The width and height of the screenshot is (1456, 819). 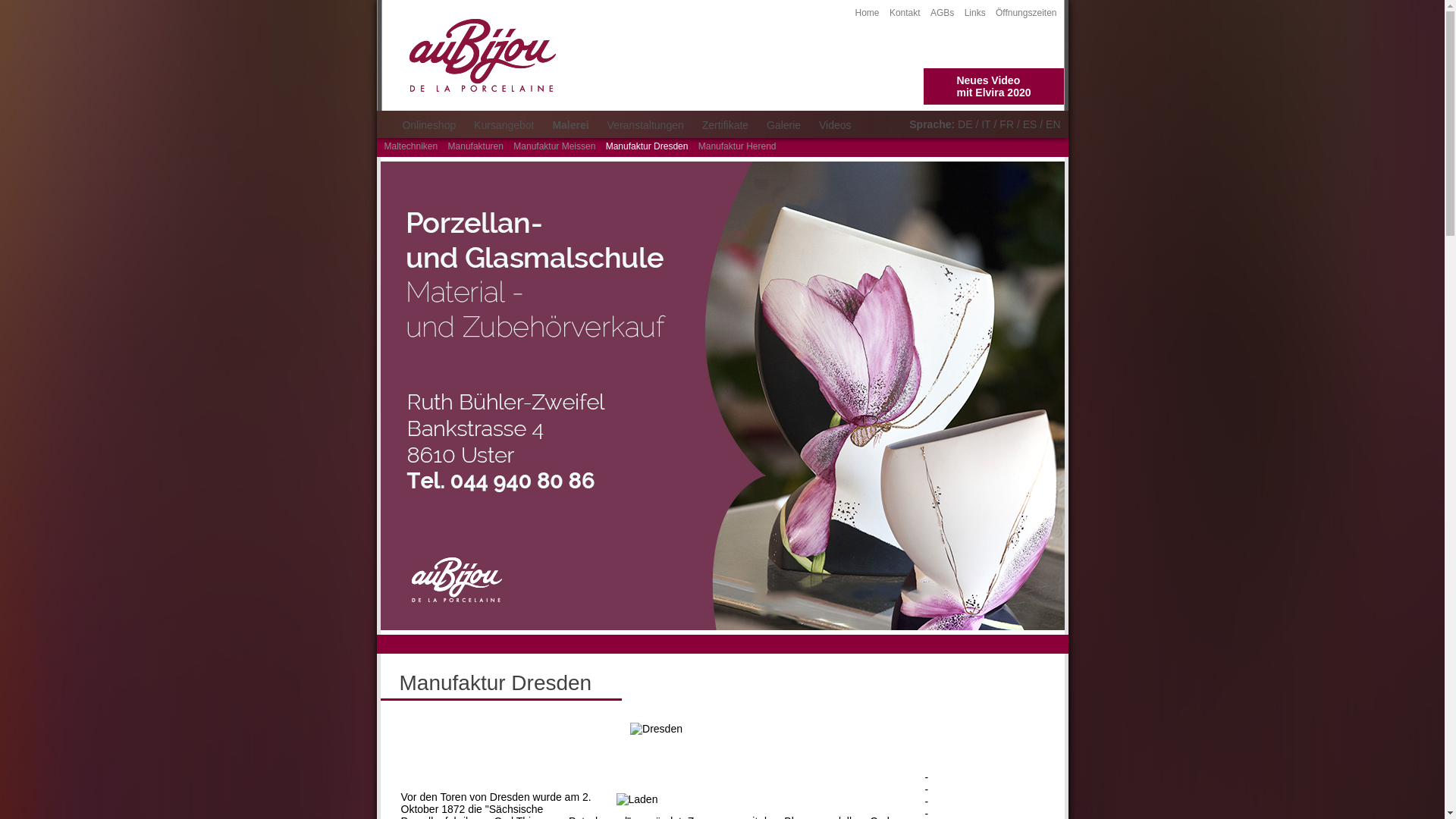 I want to click on 'Veranstaltungen', so click(x=645, y=124).